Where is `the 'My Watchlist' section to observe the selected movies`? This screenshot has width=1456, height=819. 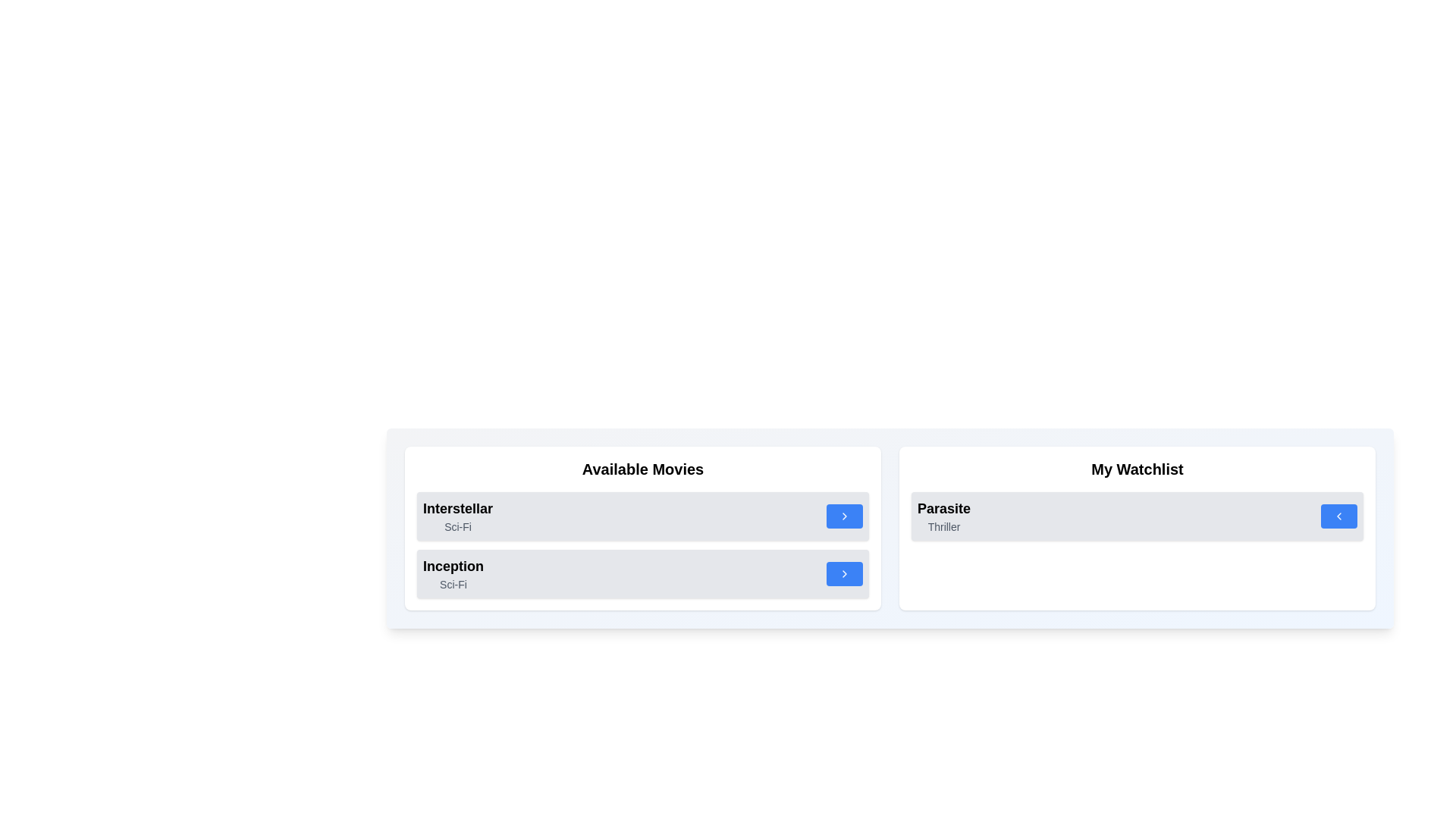
the 'My Watchlist' section to observe the selected movies is located at coordinates (1137, 468).